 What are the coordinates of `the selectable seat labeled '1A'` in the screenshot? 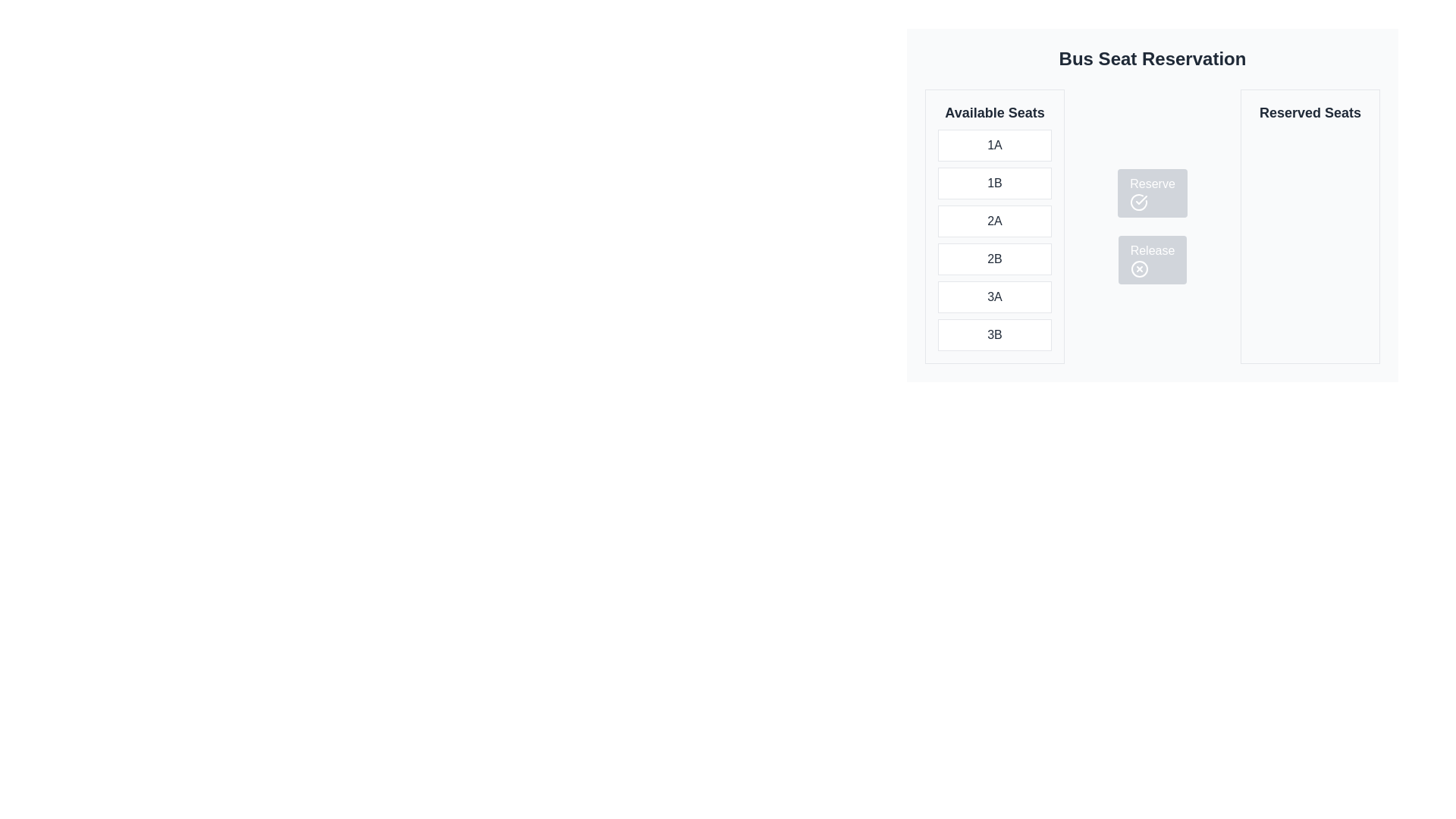 It's located at (994, 146).